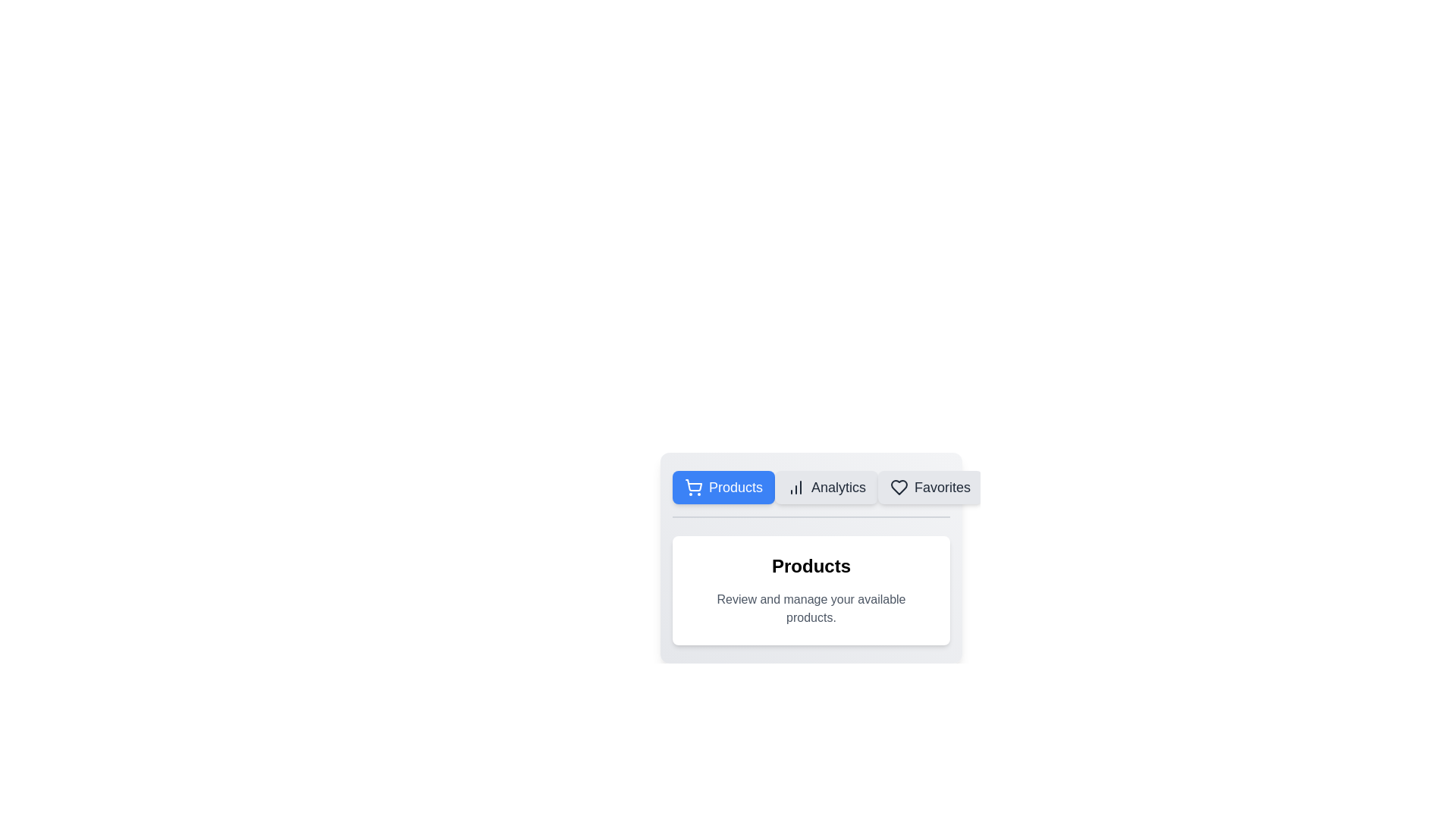 The height and width of the screenshot is (819, 1456). Describe the element at coordinates (811, 494) in the screenshot. I see `the 'Analytics' navigation button located in the center of the navigation bar` at that location.